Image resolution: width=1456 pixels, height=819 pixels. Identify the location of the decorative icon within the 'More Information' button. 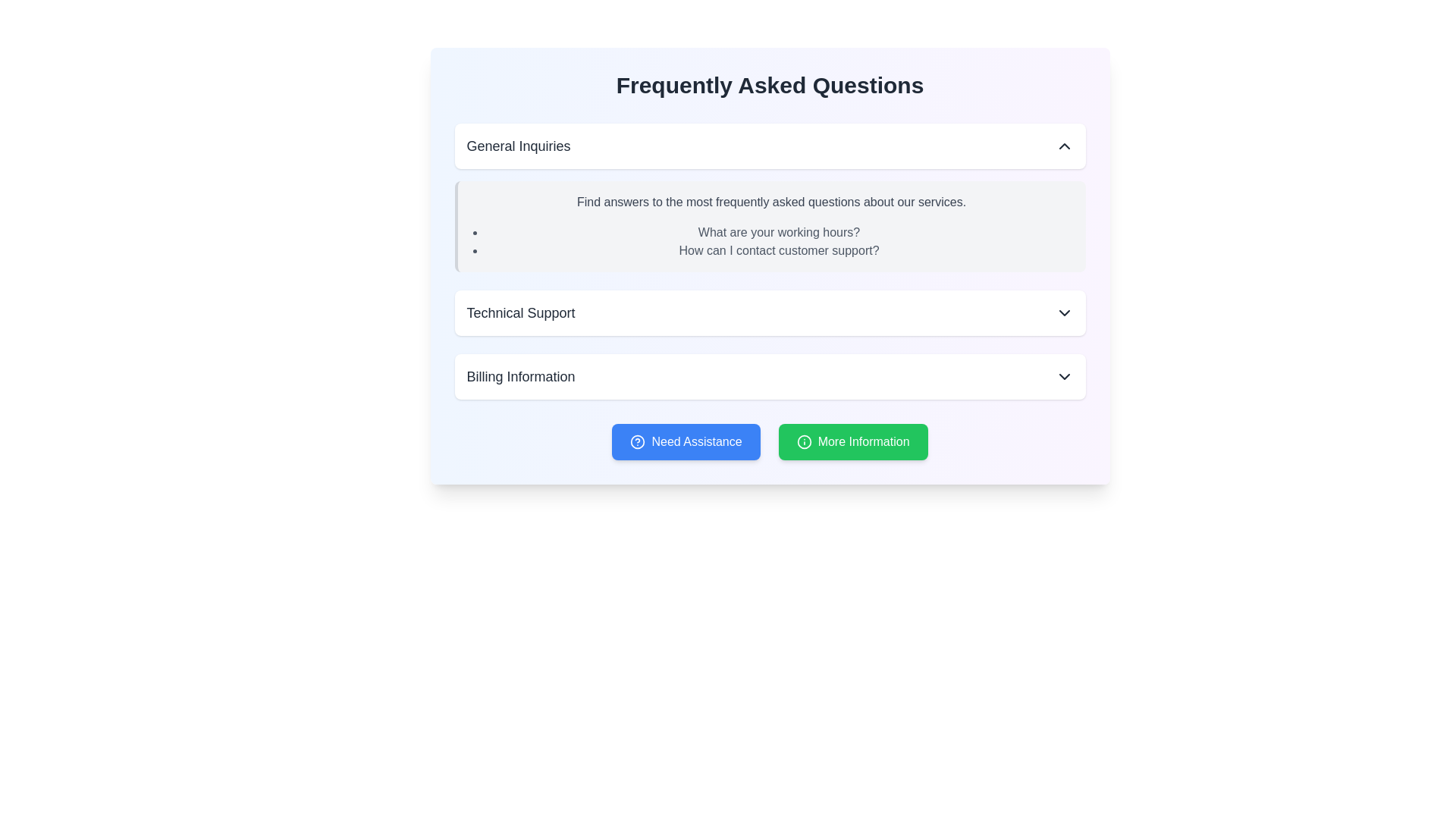
(803, 441).